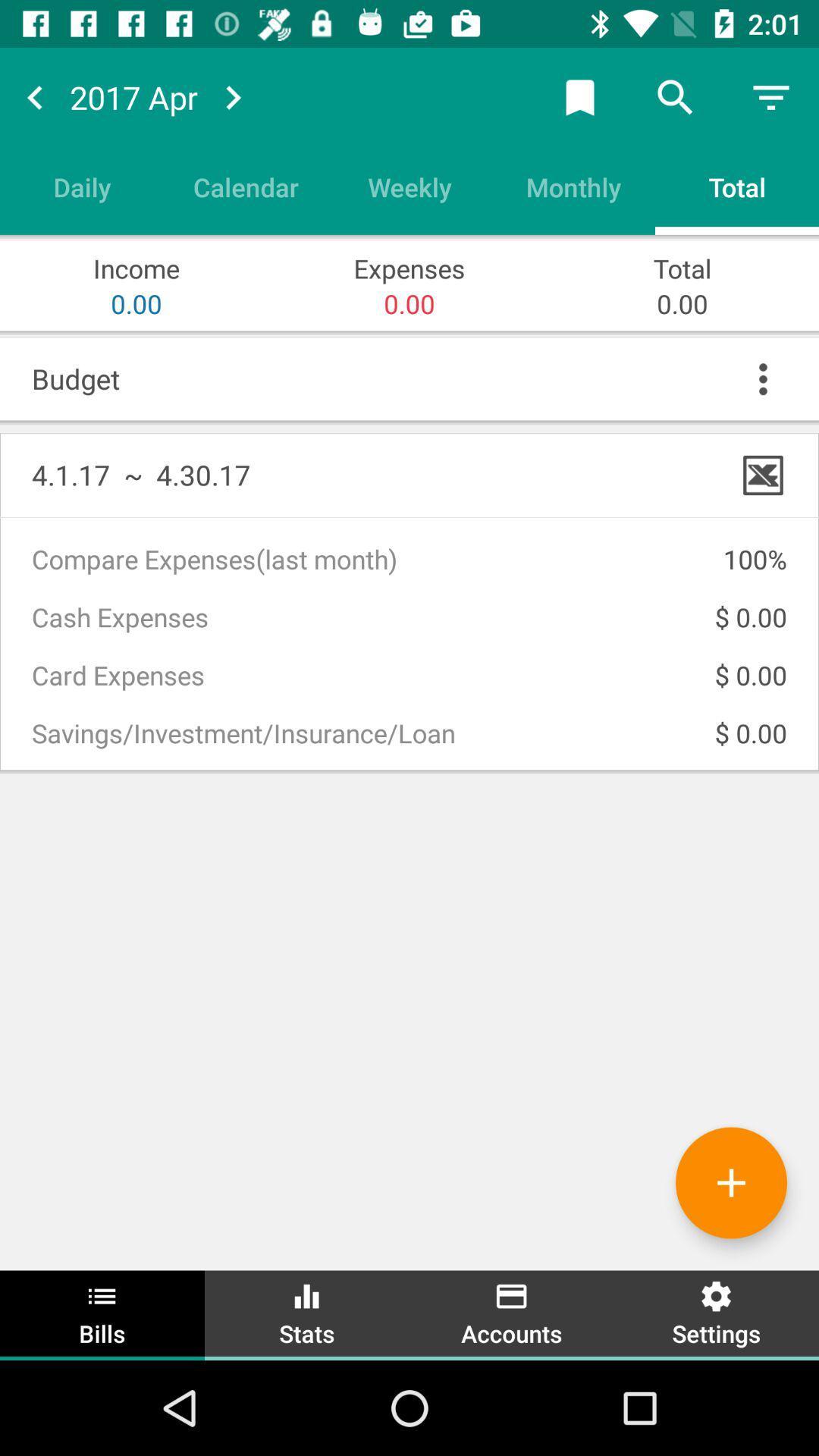  Describe the element at coordinates (245, 186) in the screenshot. I see `the icon to the right of daily icon` at that location.